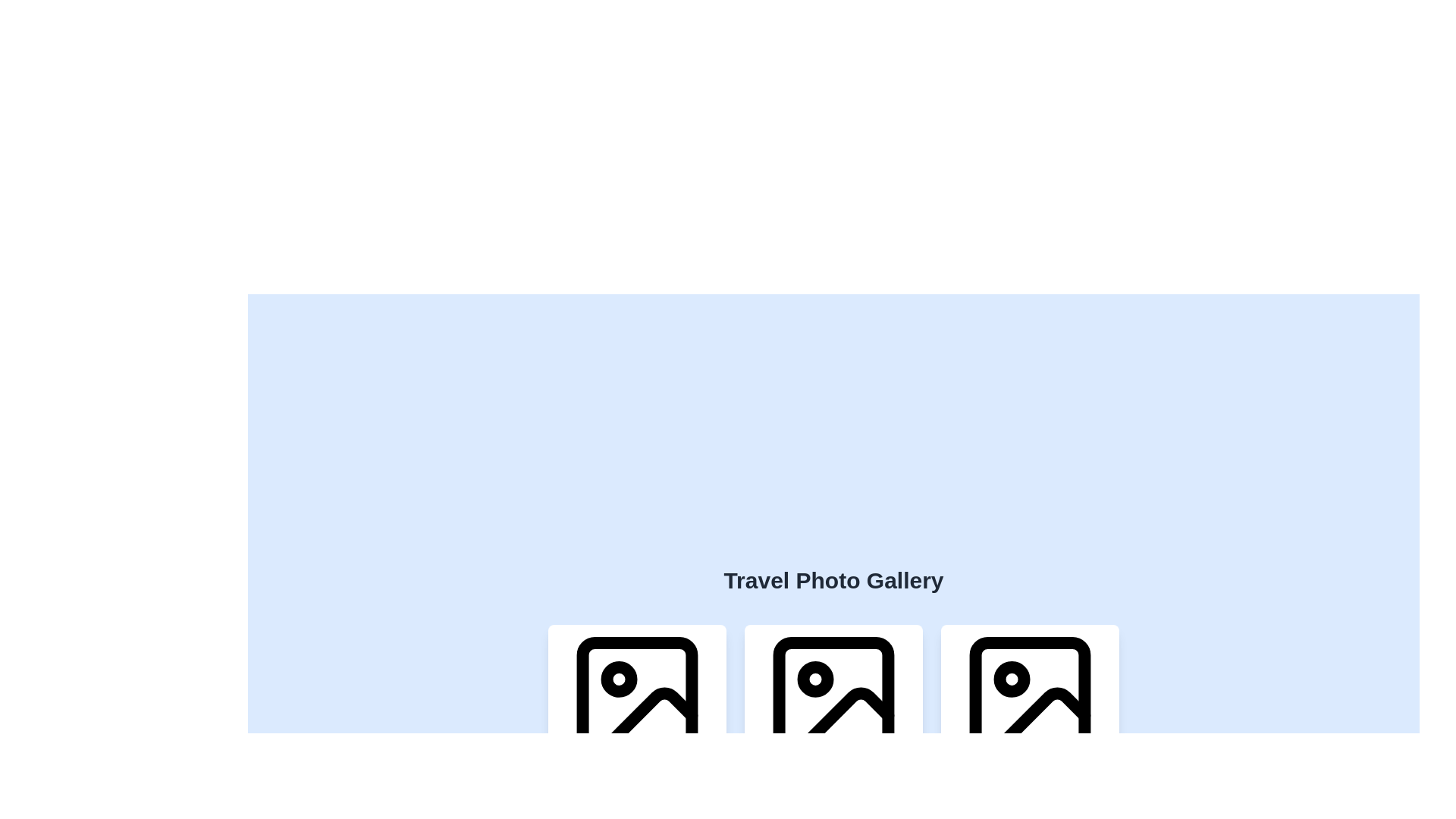 This screenshot has height=819, width=1456. I want to click on the decorative circle element within the SVG graphic that represents the second image icon in the 'Travel Photo Gallery', so click(814, 678).